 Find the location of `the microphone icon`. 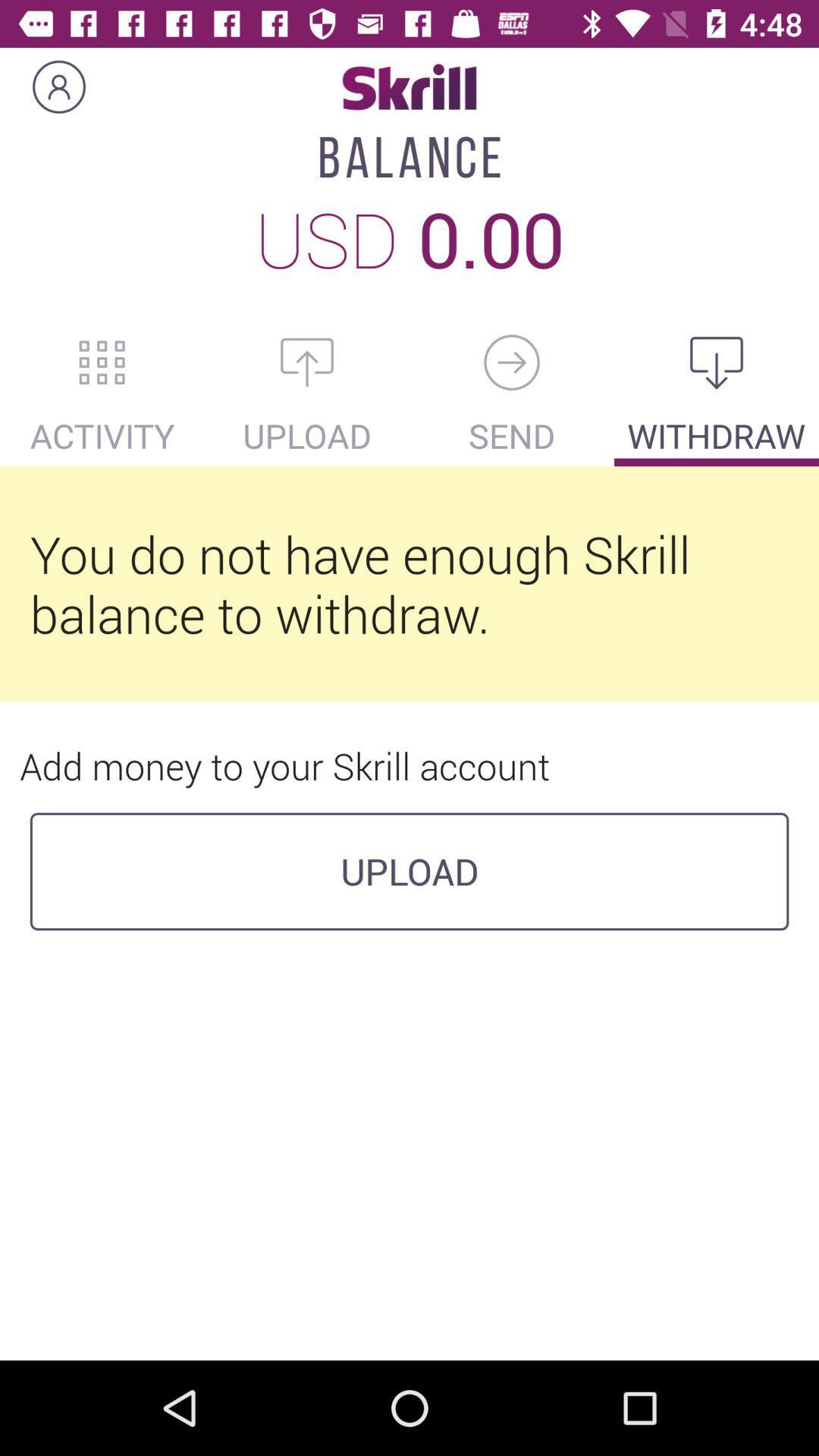

the microphone icon is located at coordinates (512, 362).